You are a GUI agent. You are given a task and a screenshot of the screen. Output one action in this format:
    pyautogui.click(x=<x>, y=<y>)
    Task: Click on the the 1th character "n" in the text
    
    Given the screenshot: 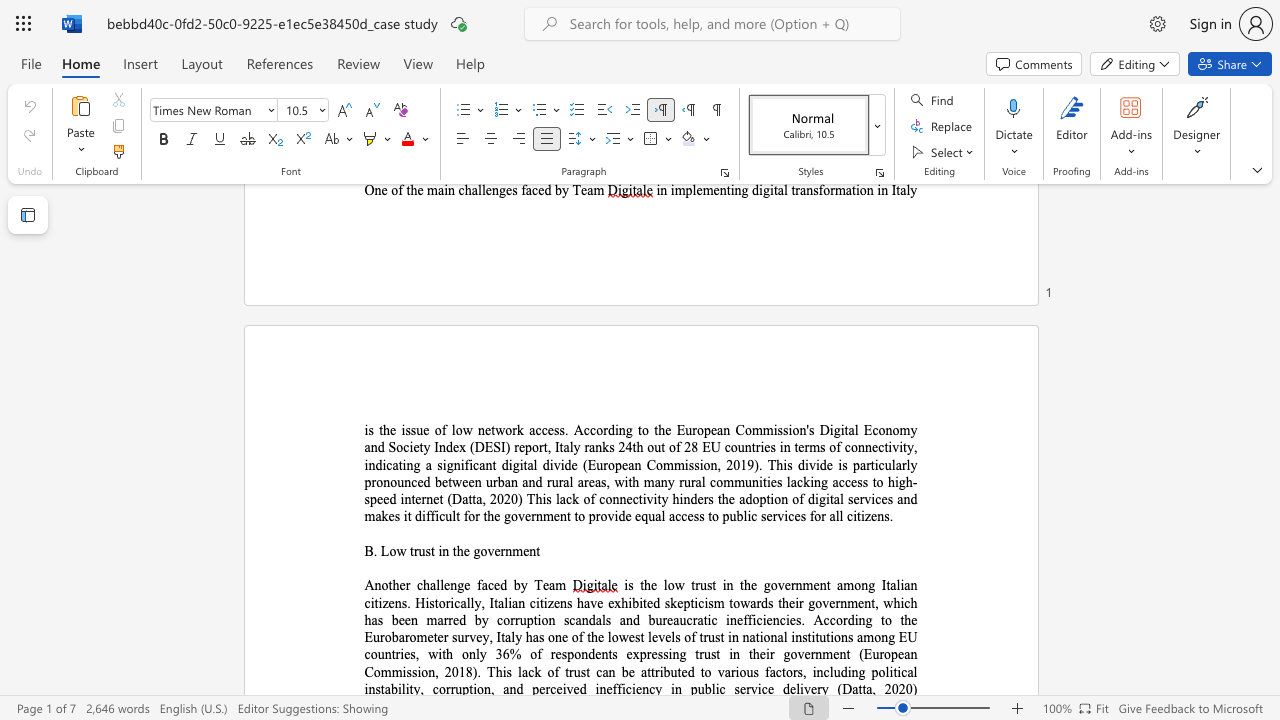 What is the action you would take?
    pyautogui.click(x=481, y=429)
    